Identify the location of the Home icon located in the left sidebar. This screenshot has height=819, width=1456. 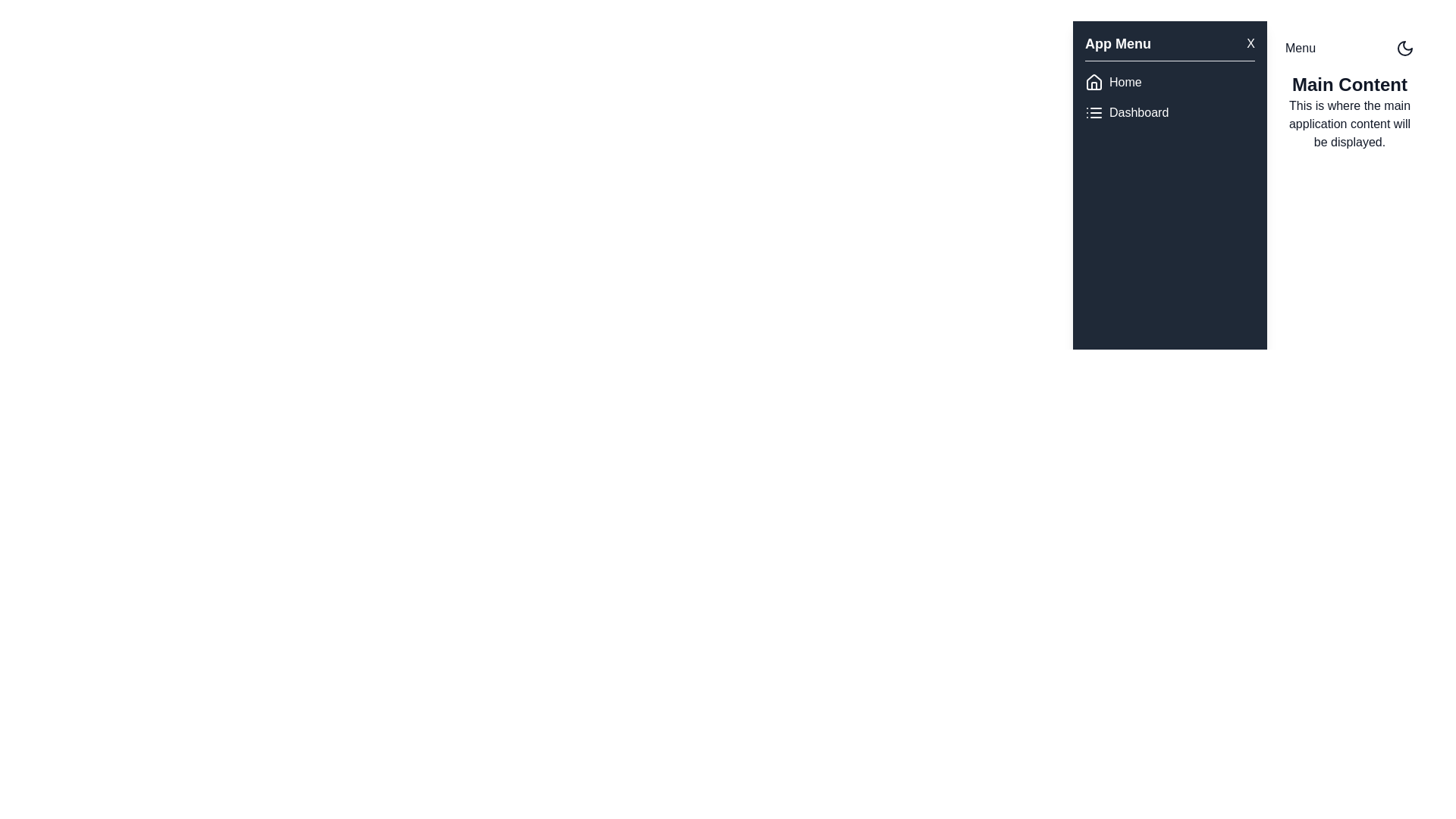
(1094, 82).